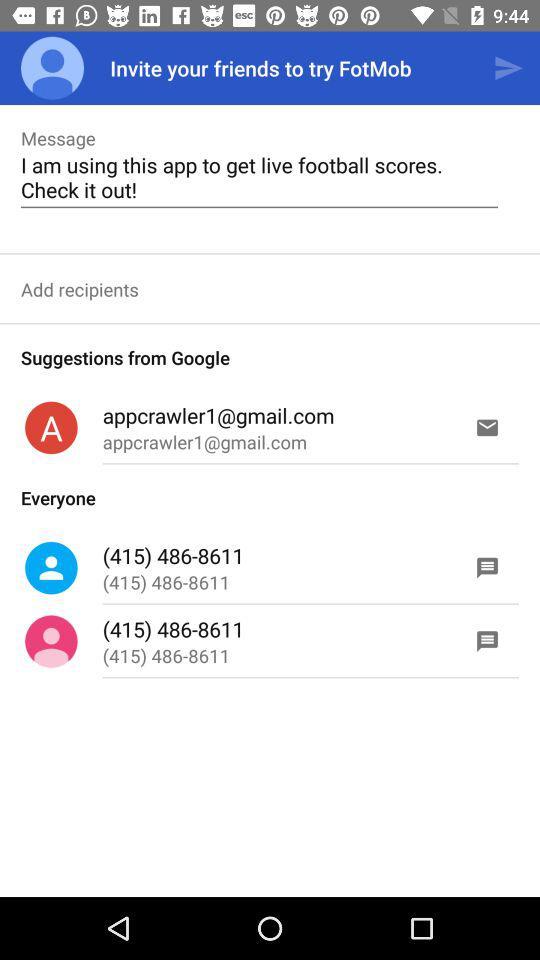 This screenshot has width=540, height=960. What do you see at coordinates (52, 68) in the screenshot?
I see `item above the message item` at bounding box center [52, 68].